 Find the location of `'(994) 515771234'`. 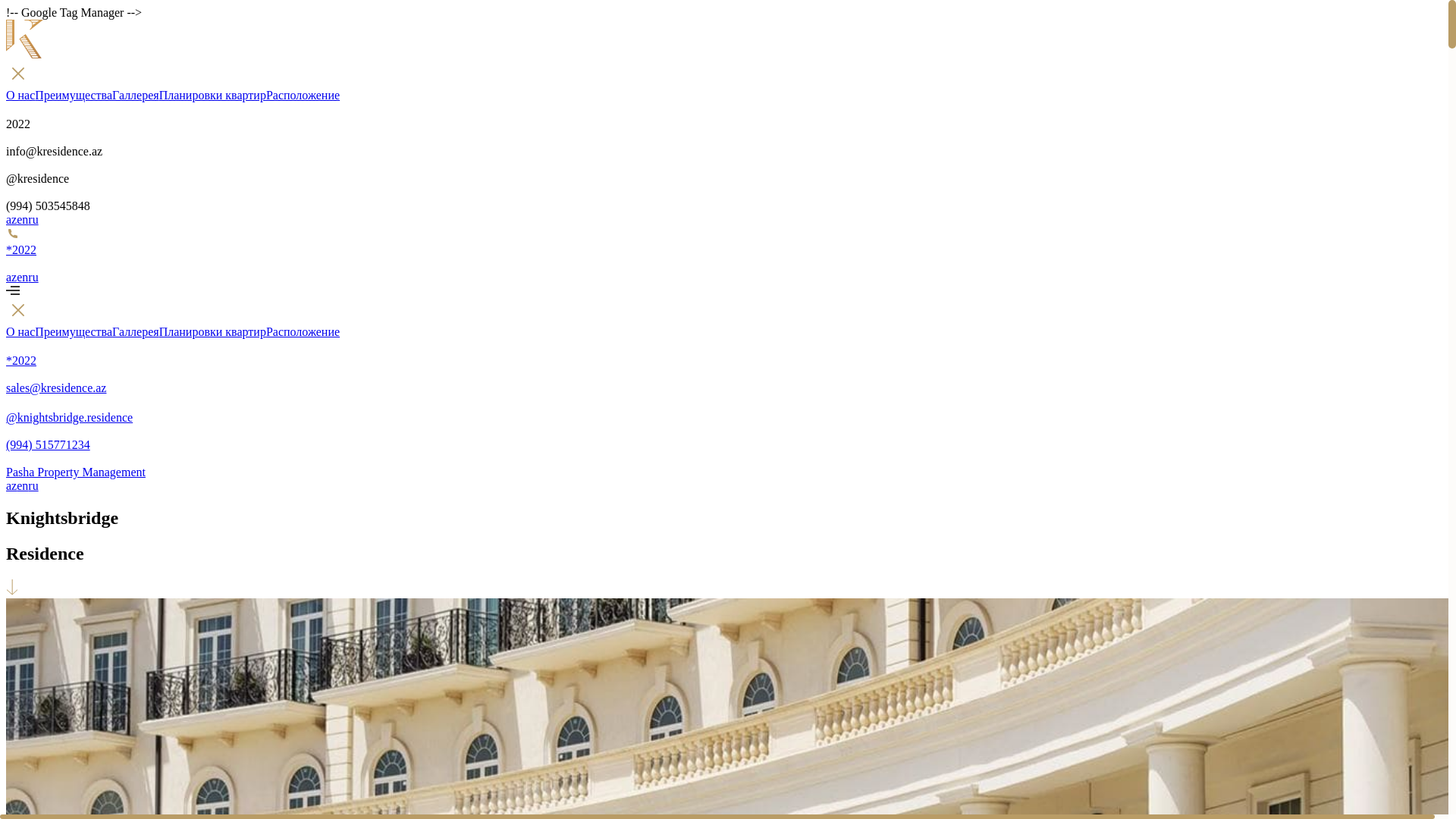

'(994) 515771234' is located at coordinates (723, 438).